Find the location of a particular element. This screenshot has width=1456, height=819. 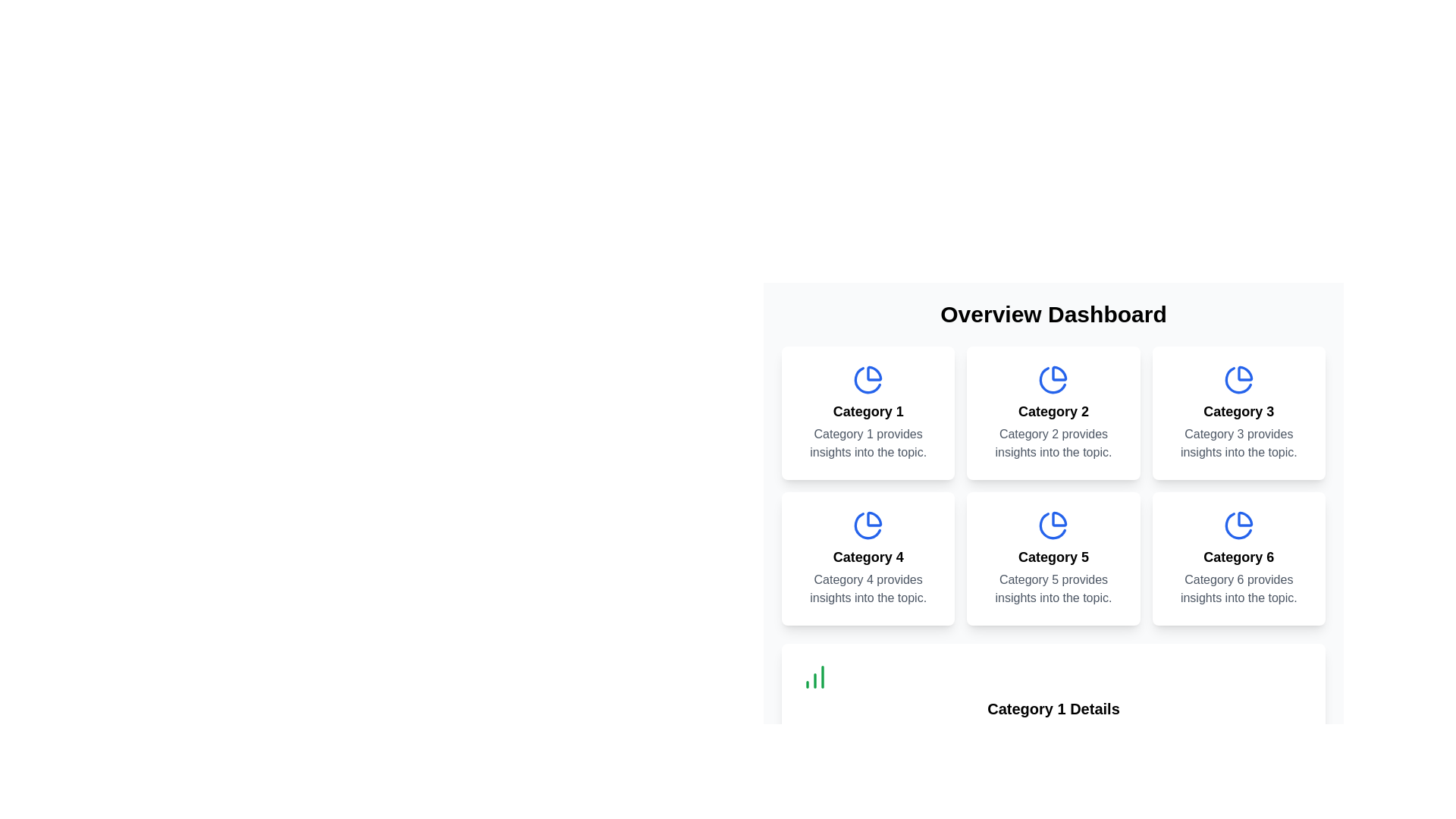

the analytics icon located near the top left corner of the 'Category 1 Details' section, positioned above the heading and to the left of the descriptive text is located at coordinates (814, 676).